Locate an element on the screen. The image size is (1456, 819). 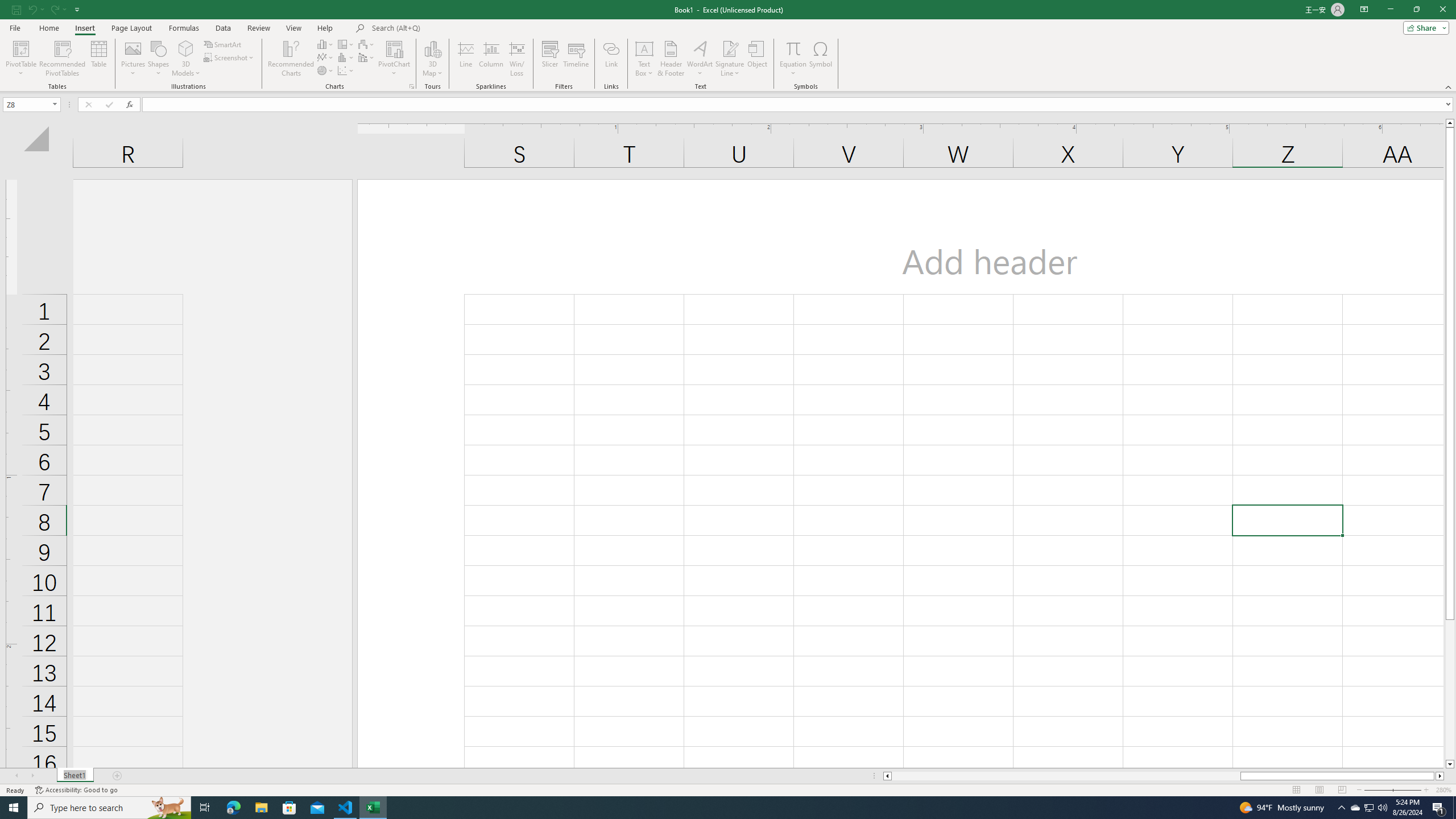
'Signature Line' is located at coordinates (730, 59).